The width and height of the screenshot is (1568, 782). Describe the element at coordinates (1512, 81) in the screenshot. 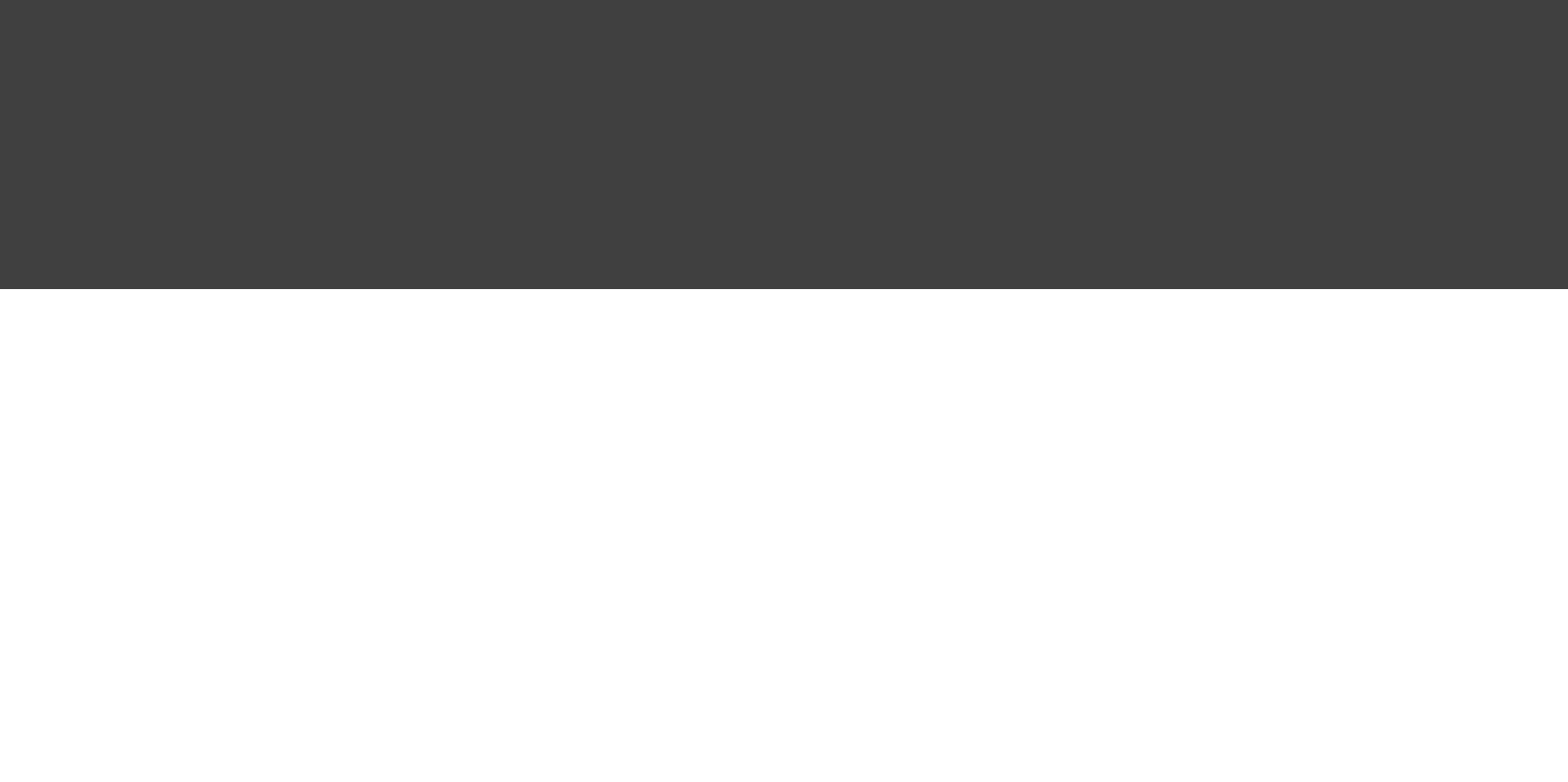

I see `'Back To Top'` at that location.